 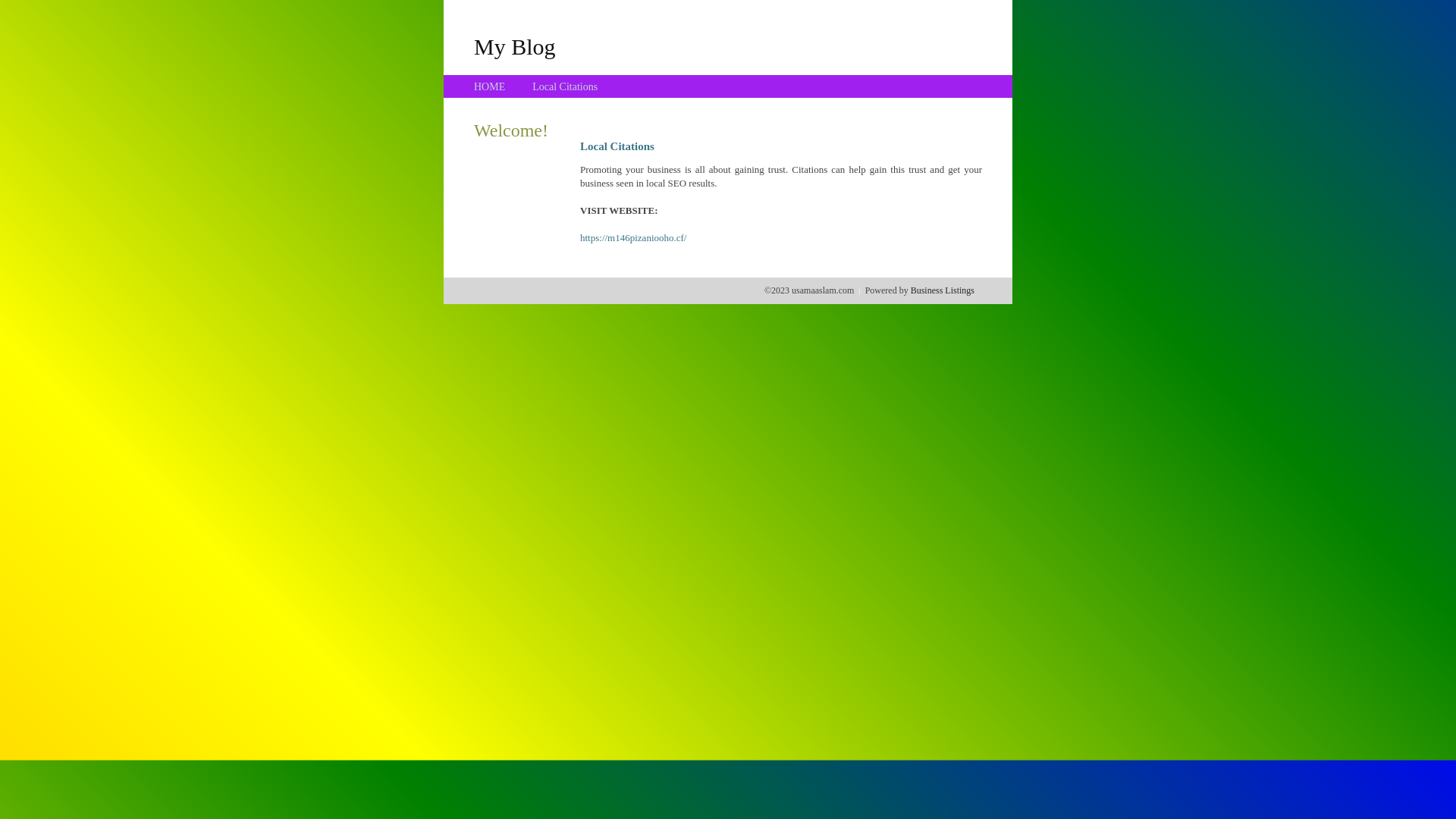 I want to click on 'https://m146pizaniooho.cf/', so click(x=579, y=237).